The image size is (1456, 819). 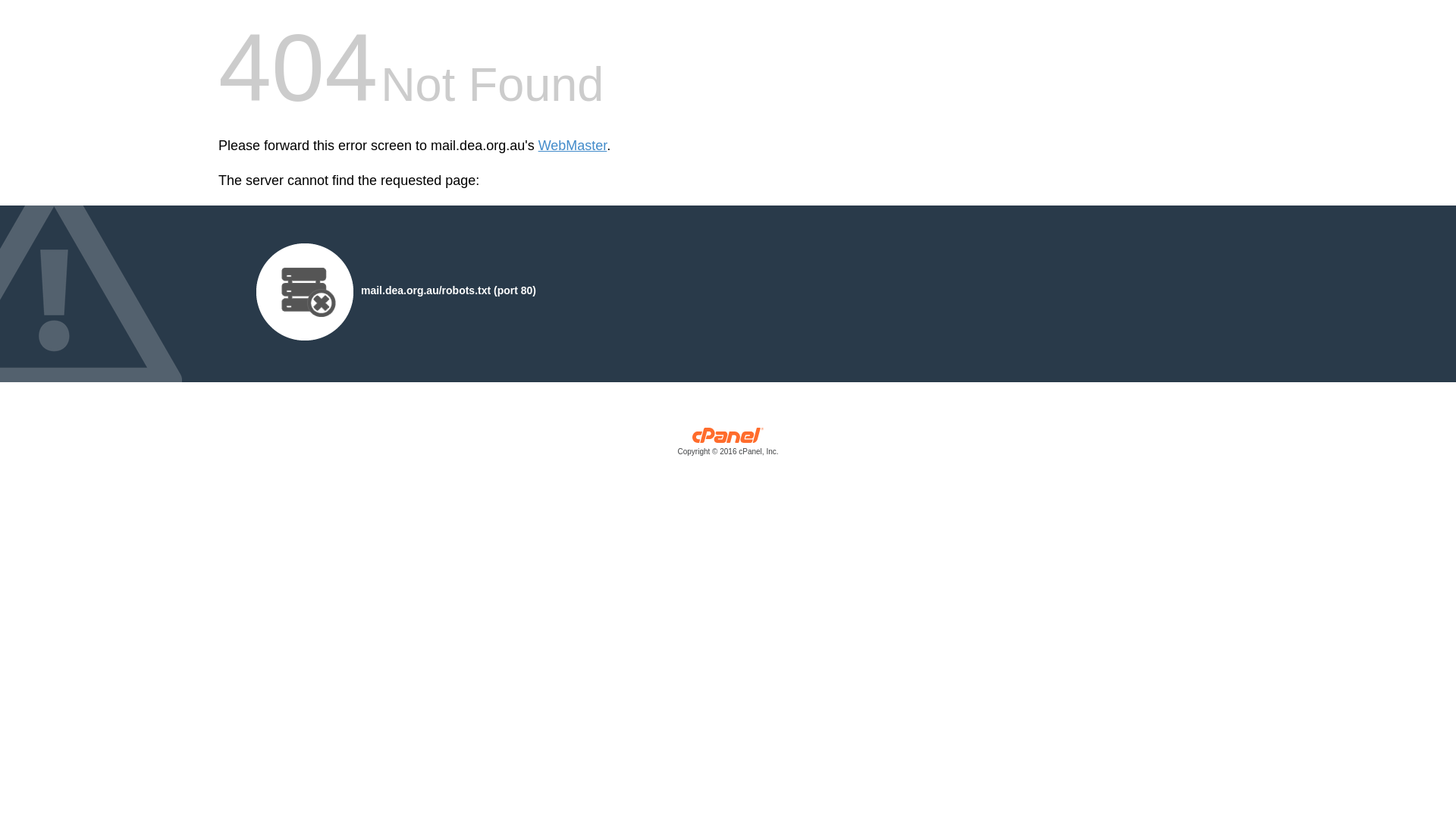 I want to click on 'WebMaster', so click(x=572, y=146).